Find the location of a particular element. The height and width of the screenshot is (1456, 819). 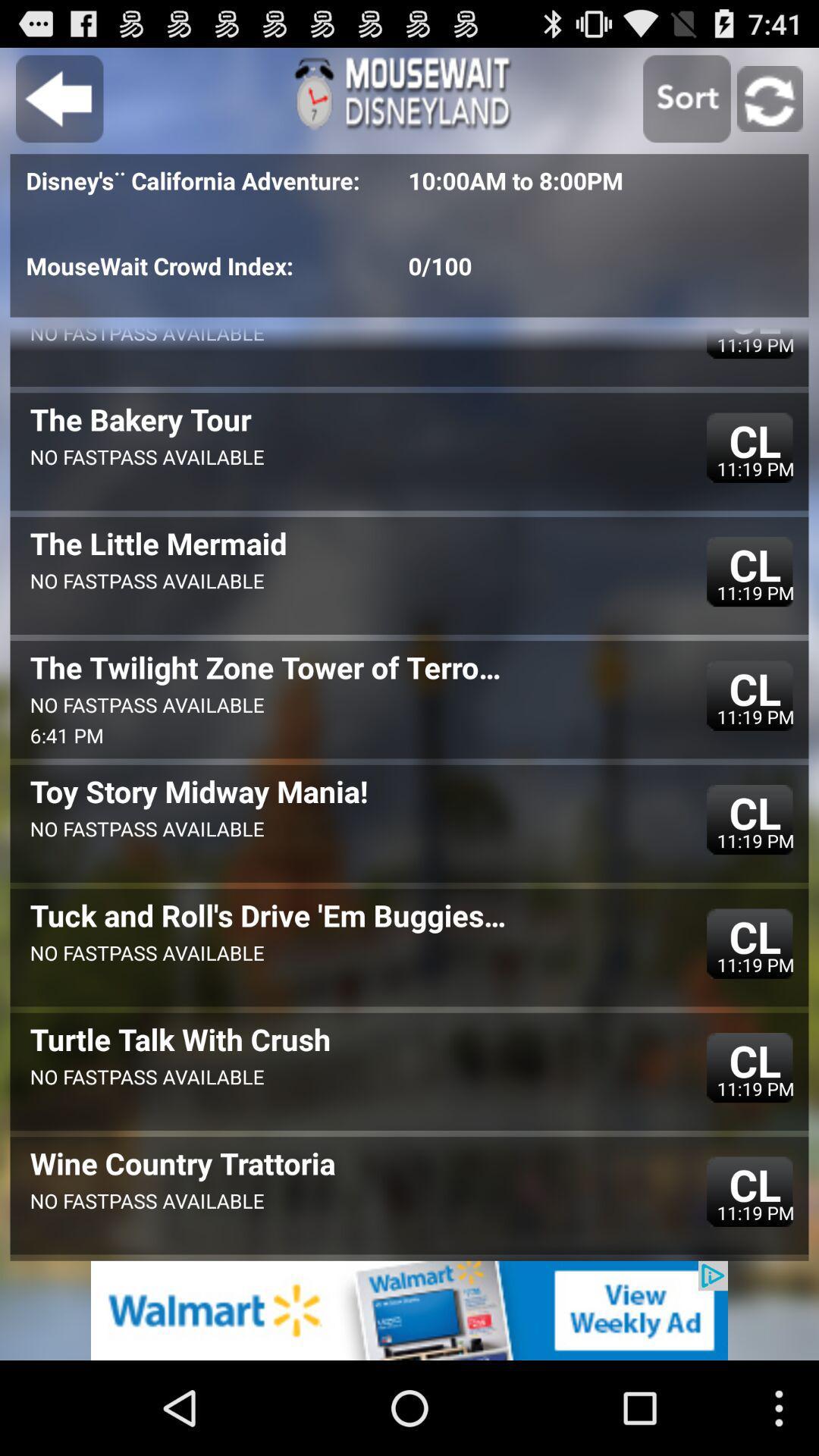

the arrow_backward icon is located at coordinates (58, 105).